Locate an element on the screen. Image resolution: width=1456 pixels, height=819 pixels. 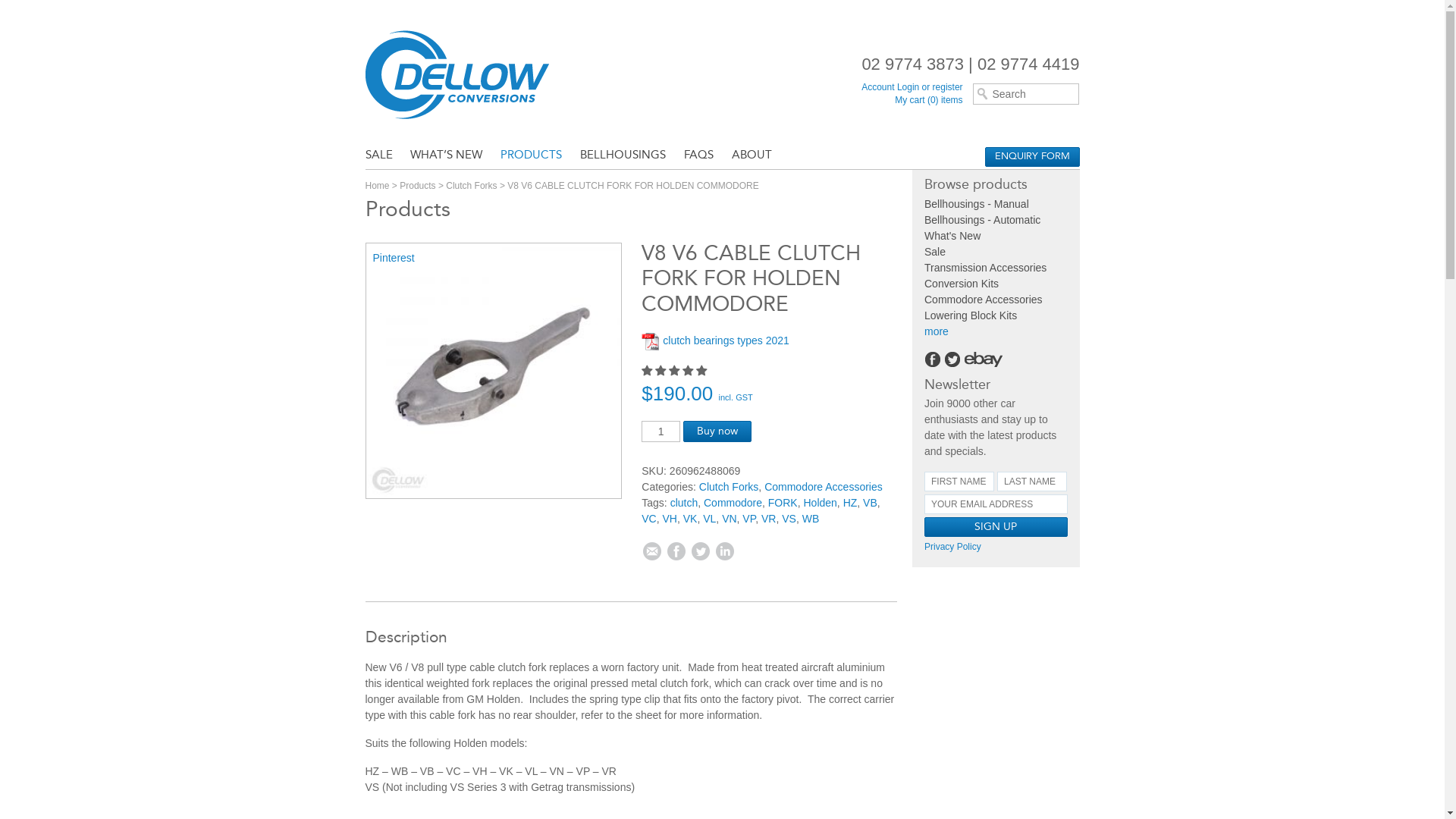
'Commodore' is located at coordinates (702, 503).